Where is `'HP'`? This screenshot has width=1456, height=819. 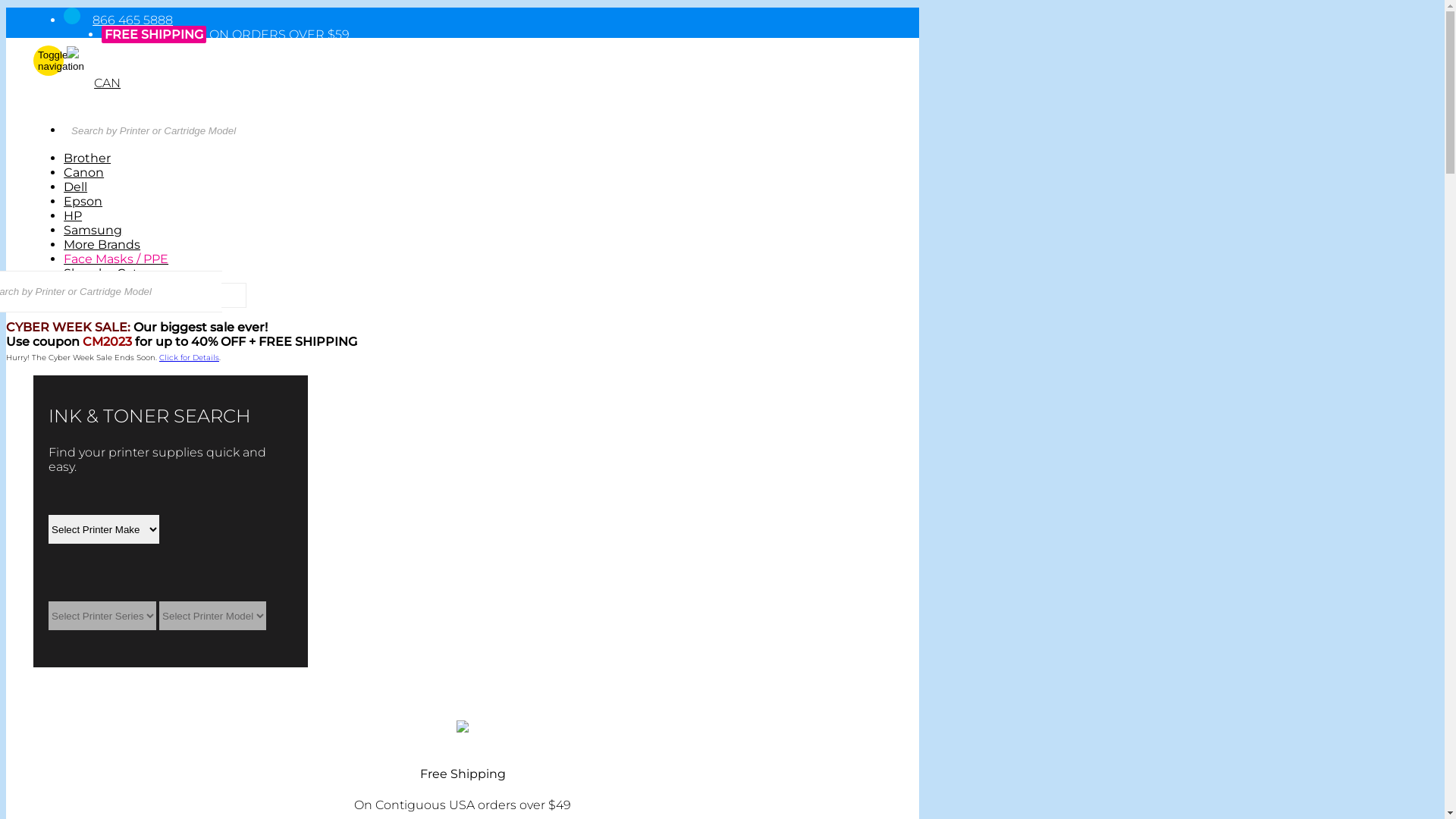
'HP' is located at coordinates (62, 215).